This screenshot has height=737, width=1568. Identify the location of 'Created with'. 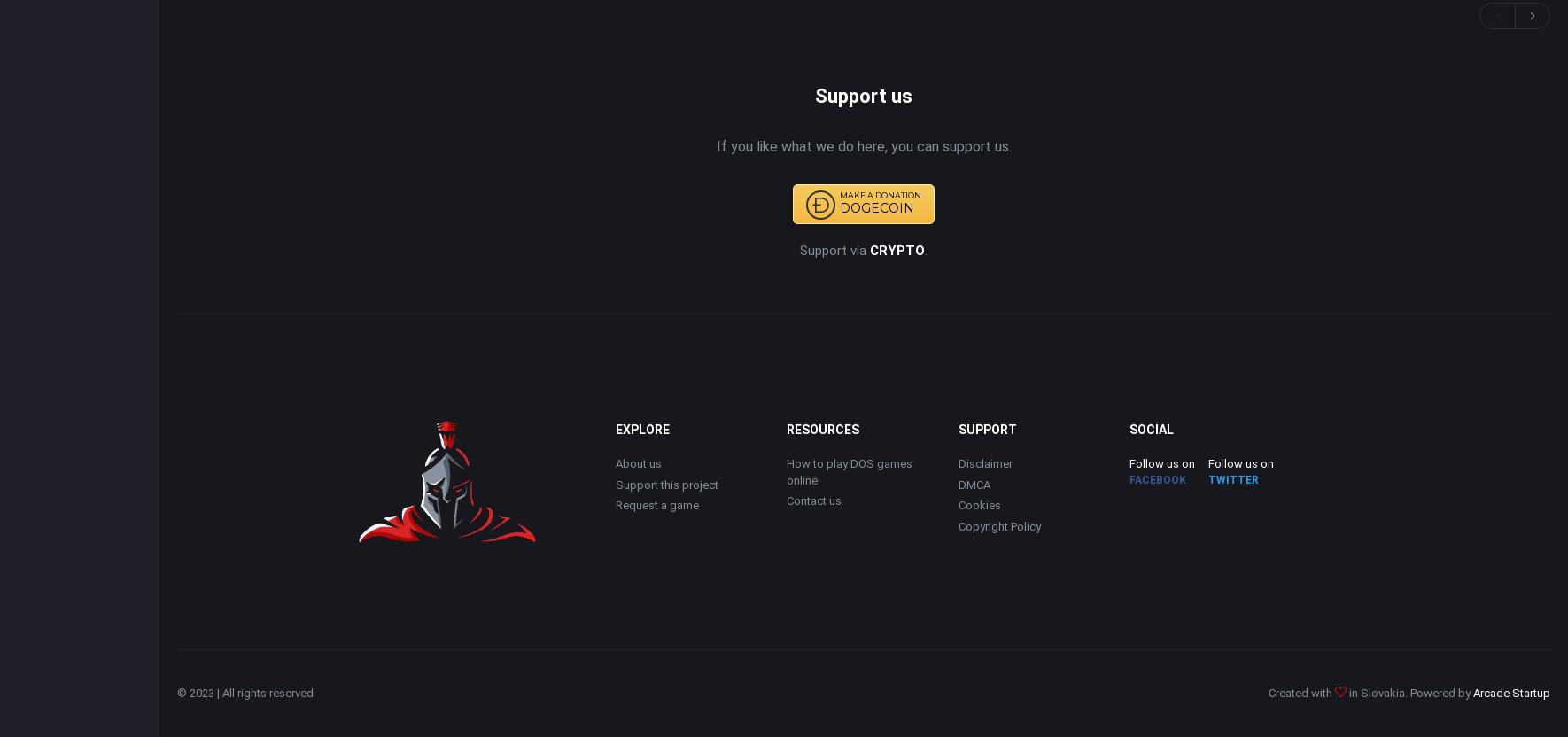
(1268, 692).